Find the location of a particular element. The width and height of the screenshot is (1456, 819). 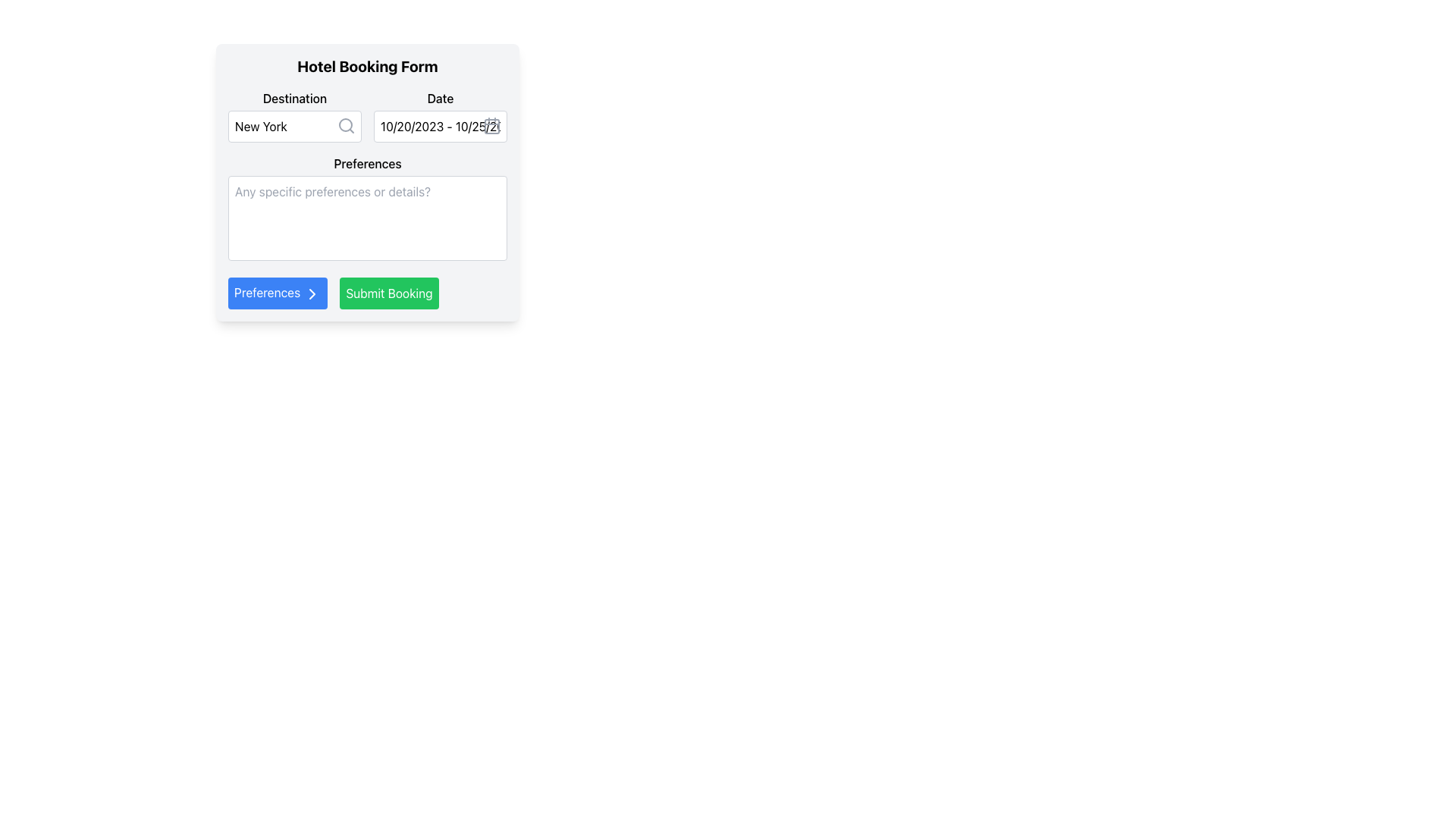

the Text Label that serves as the title of the 'Hotel Booking Form', located at the upper section of the form interface is located at coordinates (367, 66).